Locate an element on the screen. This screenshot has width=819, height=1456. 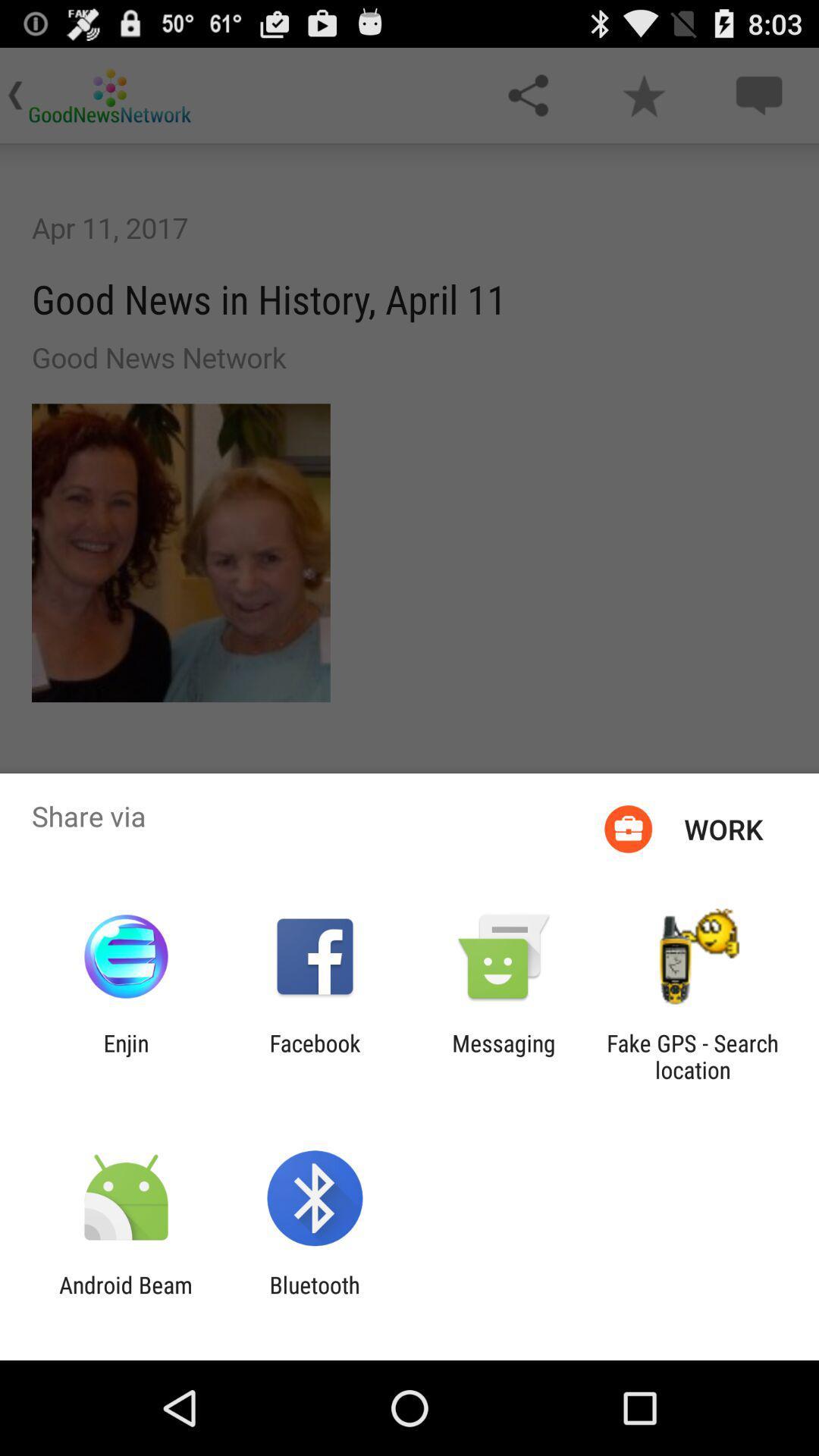
the app to the left of messaging item is located at coordinates (314, 1056).